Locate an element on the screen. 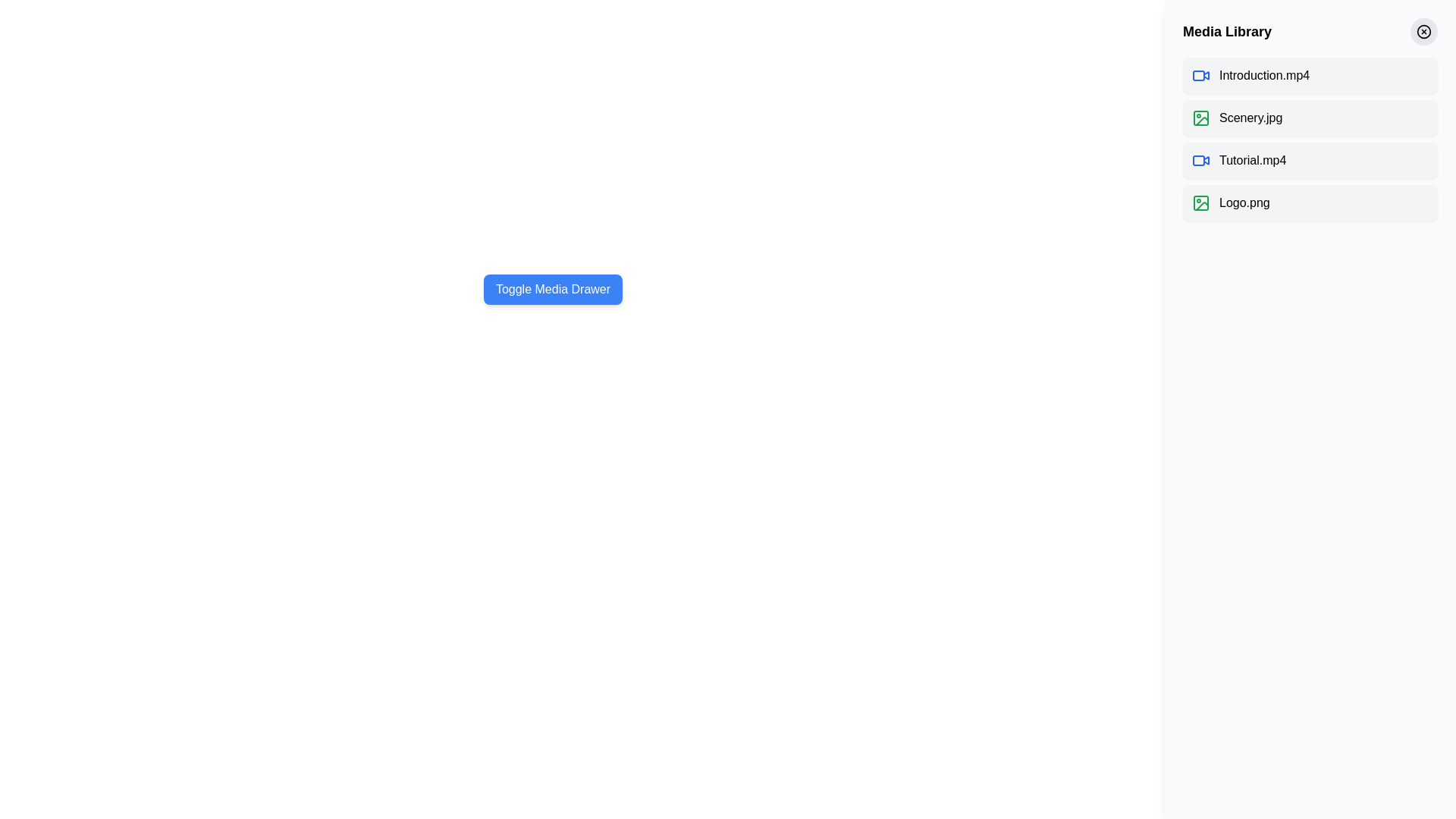 The height and width of the screenshot is (819, 1456). the small, circular gray button with a close icon located in the top-right corner of the 'Media Library' section is located at coordinates (1423, 32).